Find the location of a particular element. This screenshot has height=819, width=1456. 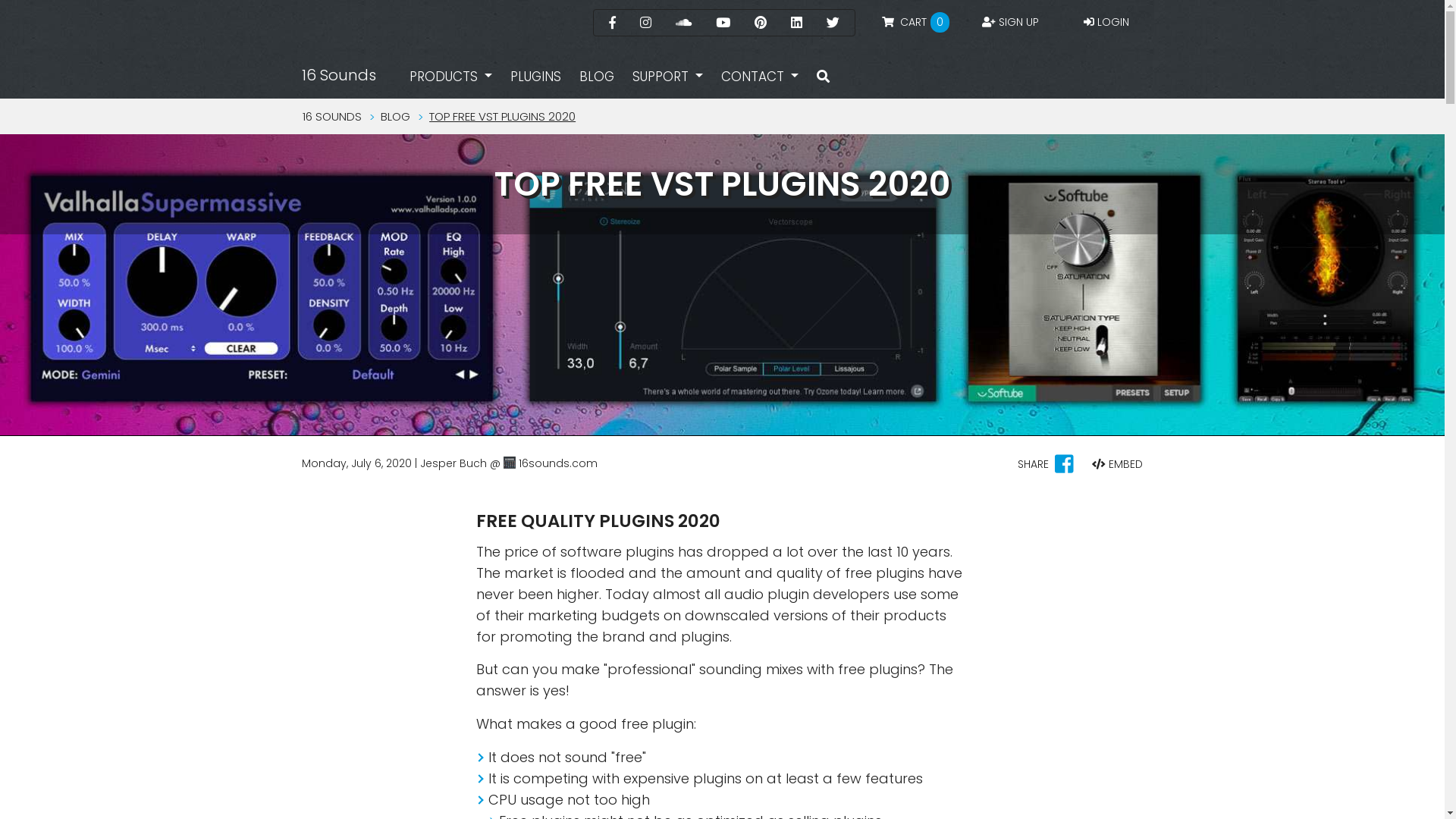

'LOGIN' is located at coordinates (1106, 22).